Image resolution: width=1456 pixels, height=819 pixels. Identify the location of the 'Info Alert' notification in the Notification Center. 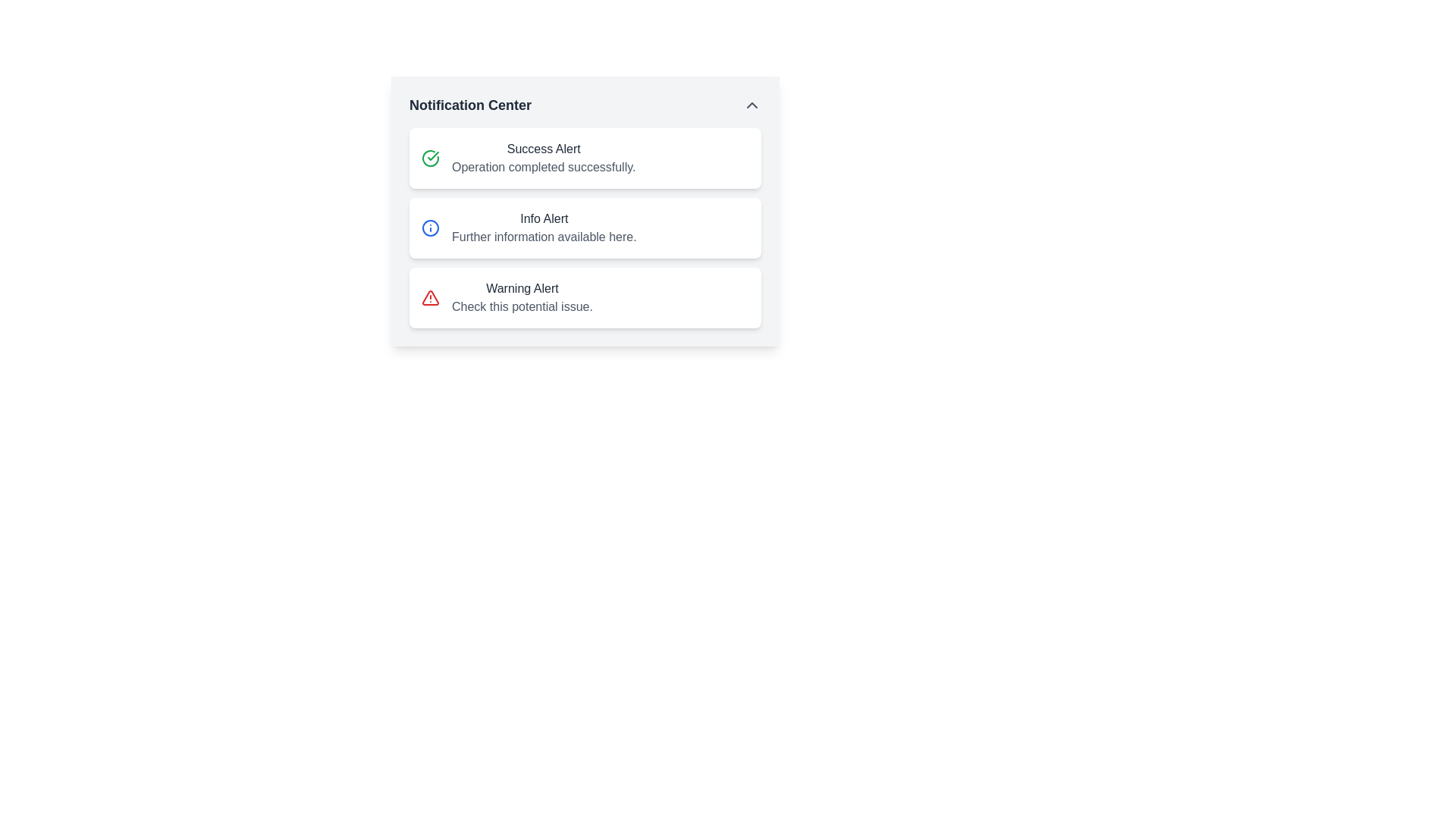
(544, 227).